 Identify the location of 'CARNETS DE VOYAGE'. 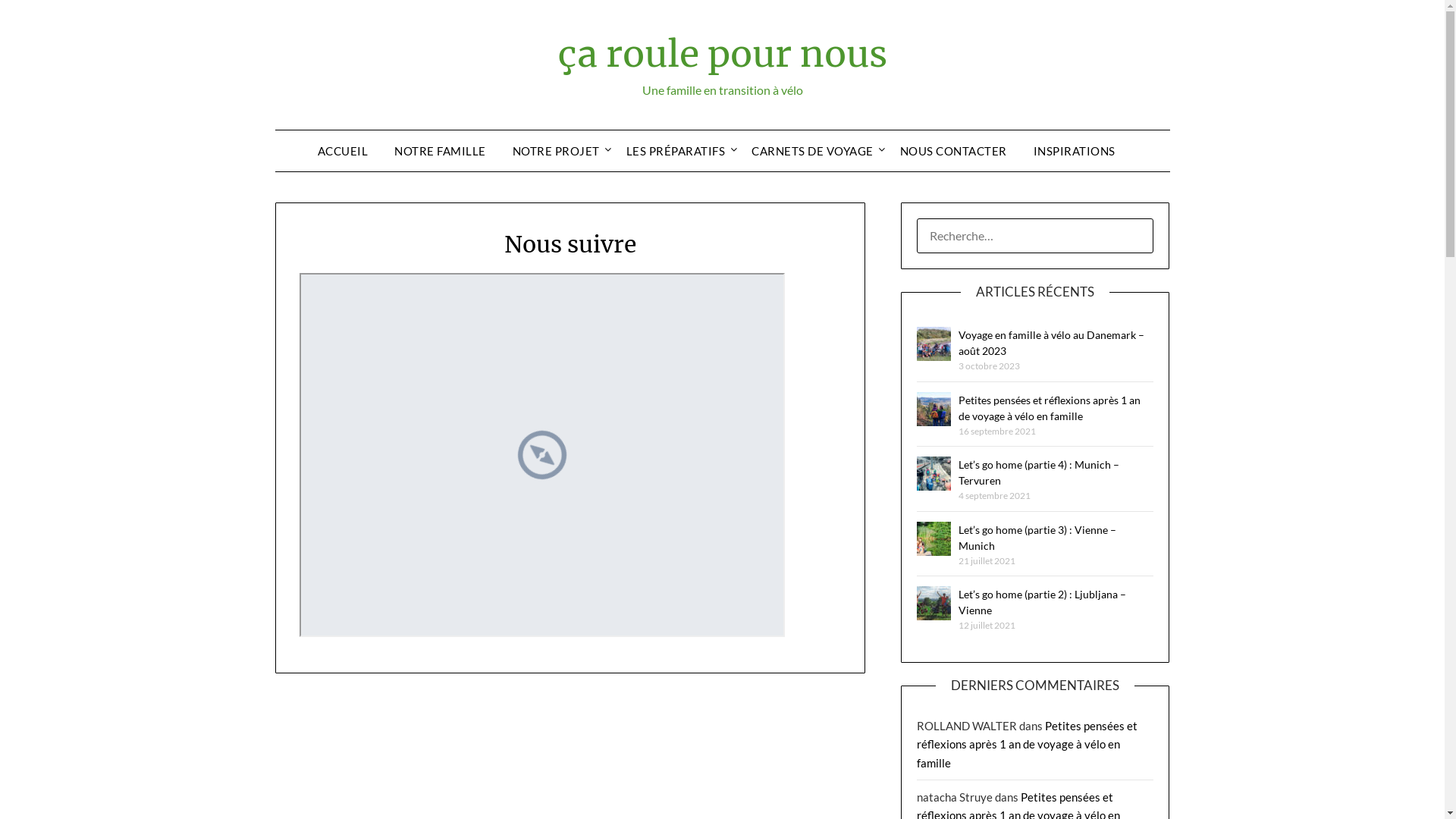
(739, 151).